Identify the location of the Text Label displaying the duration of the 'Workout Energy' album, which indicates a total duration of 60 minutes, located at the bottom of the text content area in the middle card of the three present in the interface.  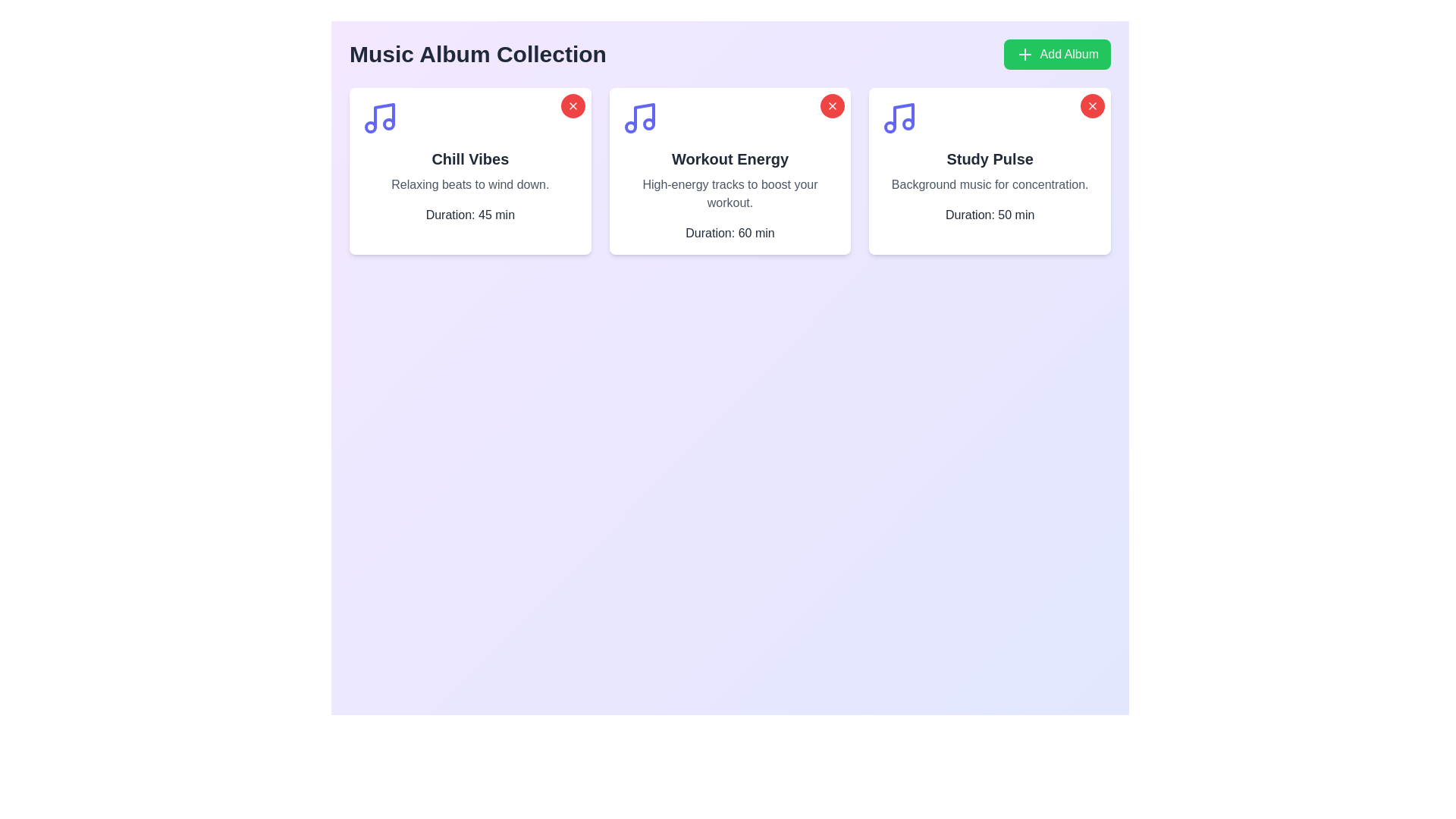
(730, 234).